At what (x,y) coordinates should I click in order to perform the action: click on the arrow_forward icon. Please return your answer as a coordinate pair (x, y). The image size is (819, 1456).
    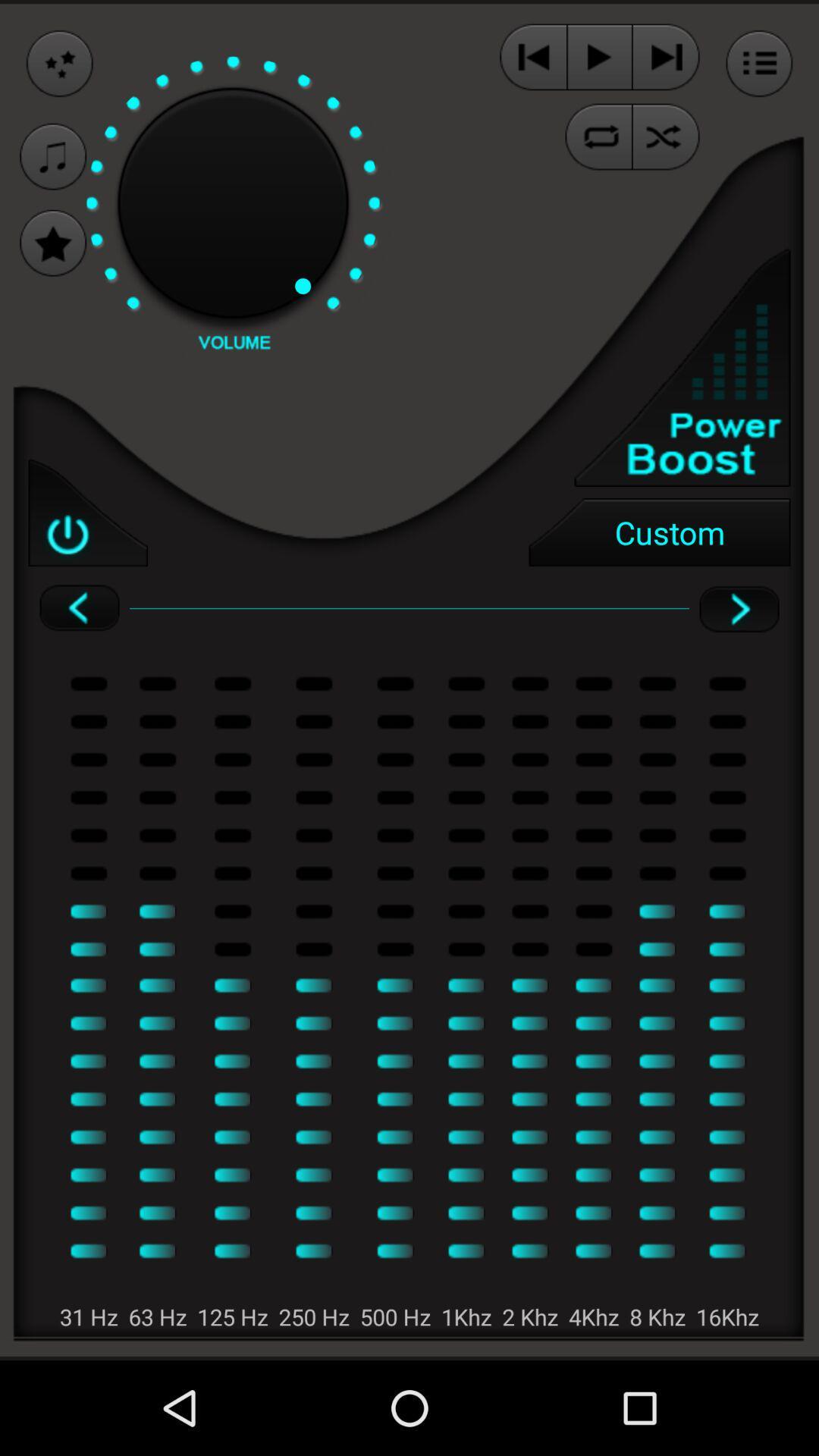
    Looking at the image, I should click on (739, 651).